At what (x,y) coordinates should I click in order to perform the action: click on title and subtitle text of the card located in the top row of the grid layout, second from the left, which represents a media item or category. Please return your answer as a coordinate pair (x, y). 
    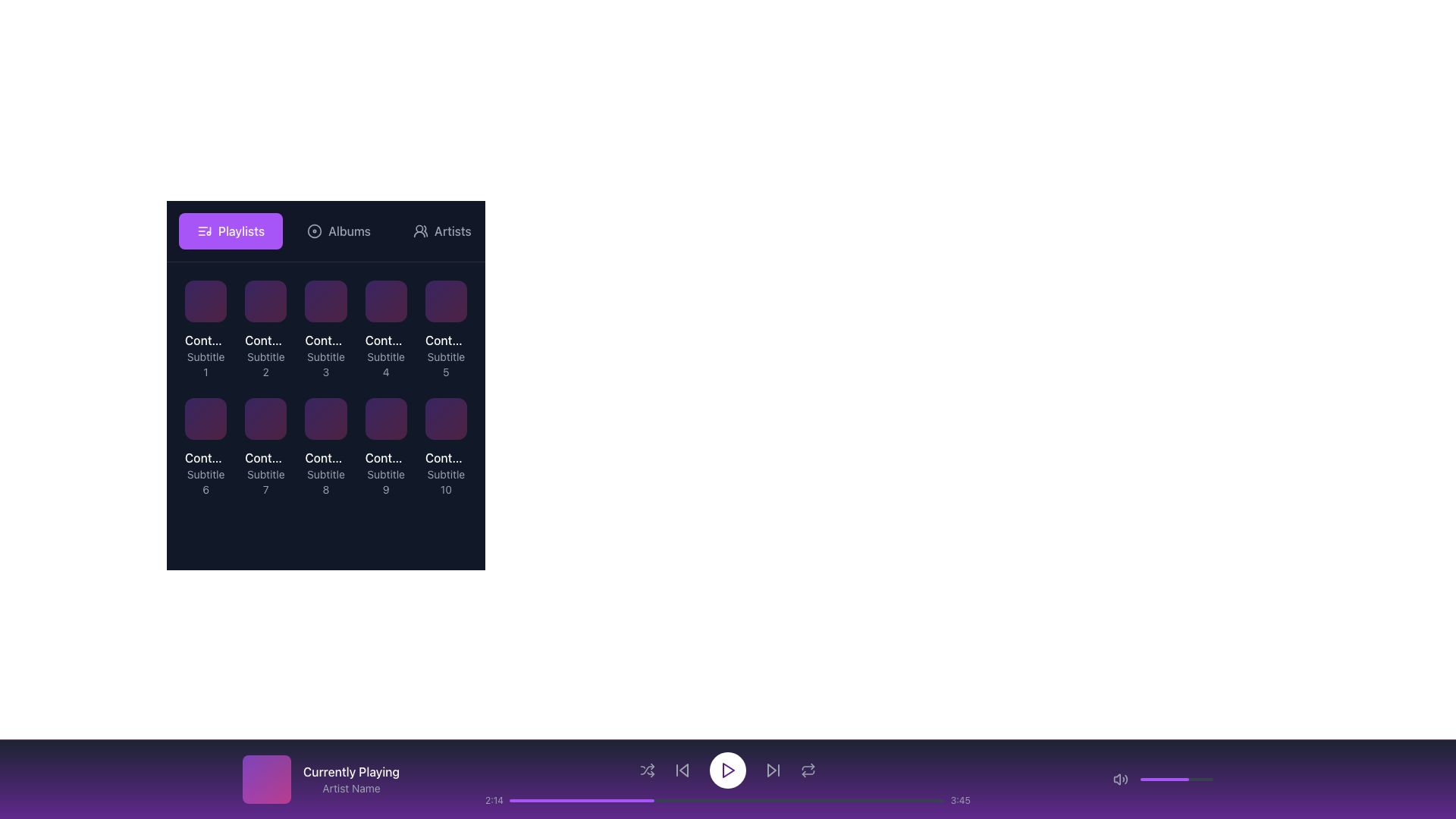
    Looking at the image, I should click on (265, 356).